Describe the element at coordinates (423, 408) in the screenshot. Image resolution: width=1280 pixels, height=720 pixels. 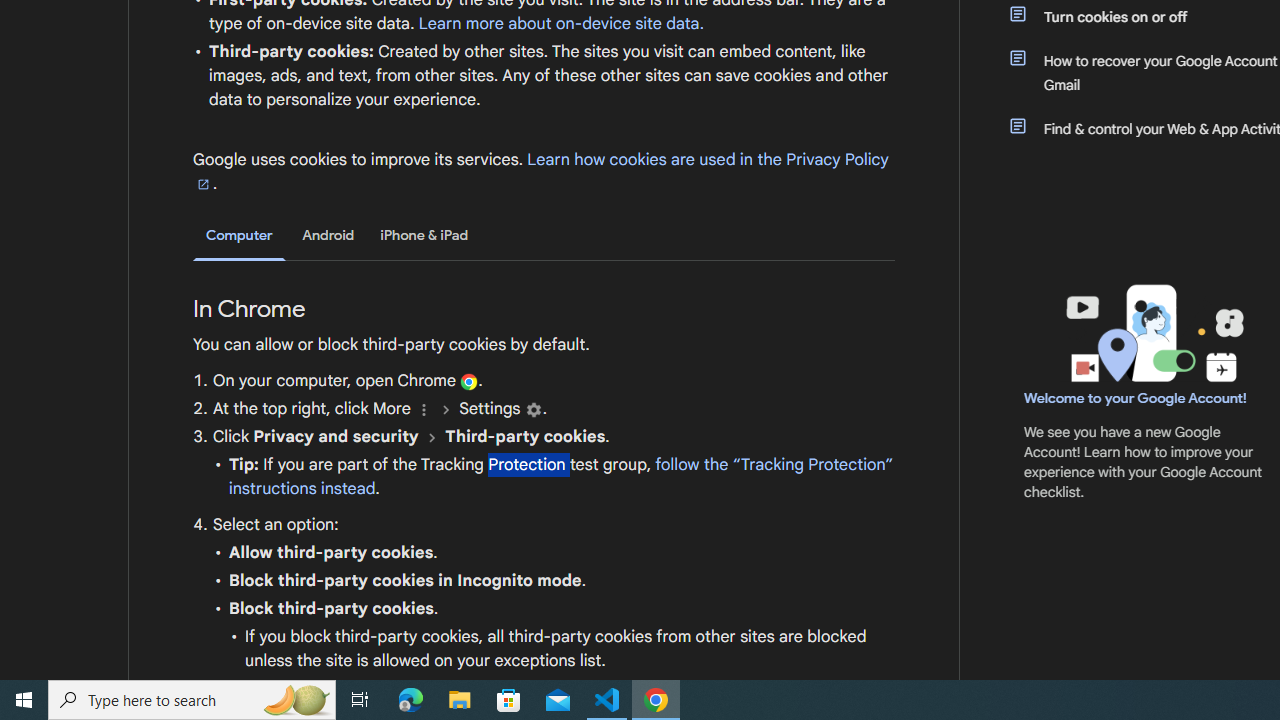
I see `'More'` at that location.